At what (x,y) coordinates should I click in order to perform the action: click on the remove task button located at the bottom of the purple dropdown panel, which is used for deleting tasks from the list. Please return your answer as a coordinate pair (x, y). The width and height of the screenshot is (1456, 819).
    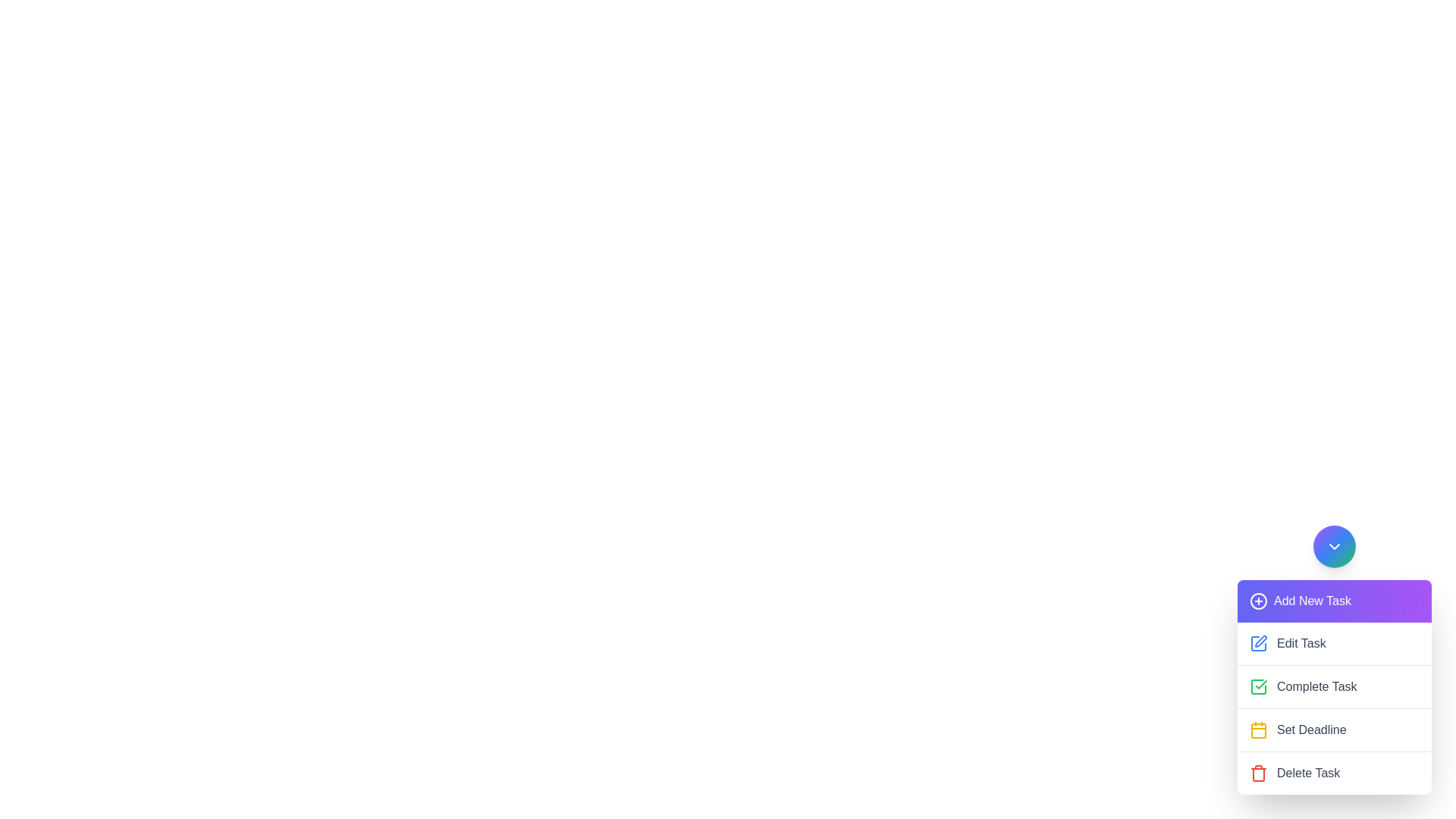
    Looking at the image, I should click on (1335, 772).